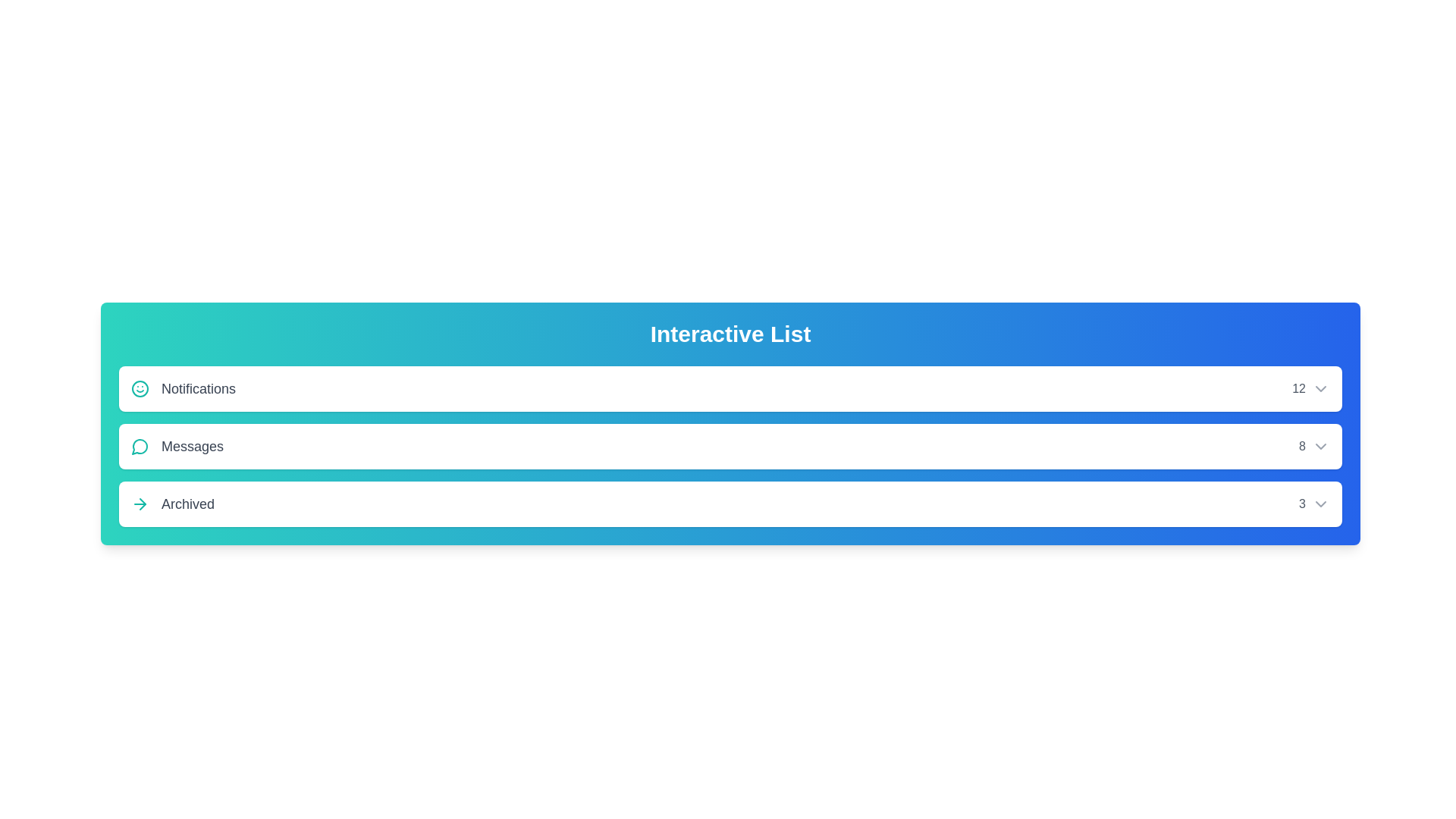 This screenshot has width=1456, height=819. Describe the element at coordinates (1320, 504) in the screenshot. I see `the dropdown icon of the Archived list item to expand its options` at that location.